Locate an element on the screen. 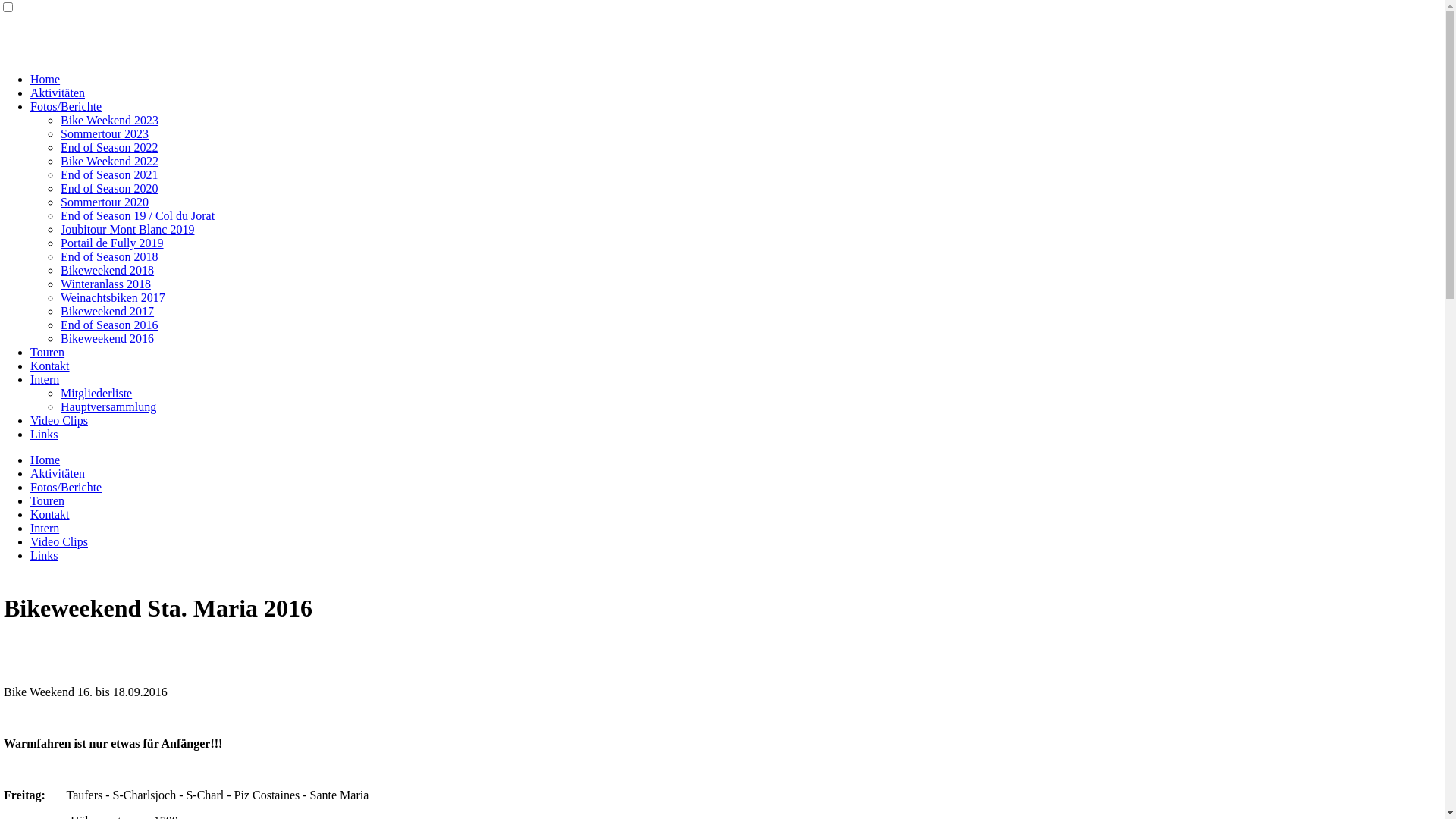  'End of Season 2020' is located at coordinates (108, 187).